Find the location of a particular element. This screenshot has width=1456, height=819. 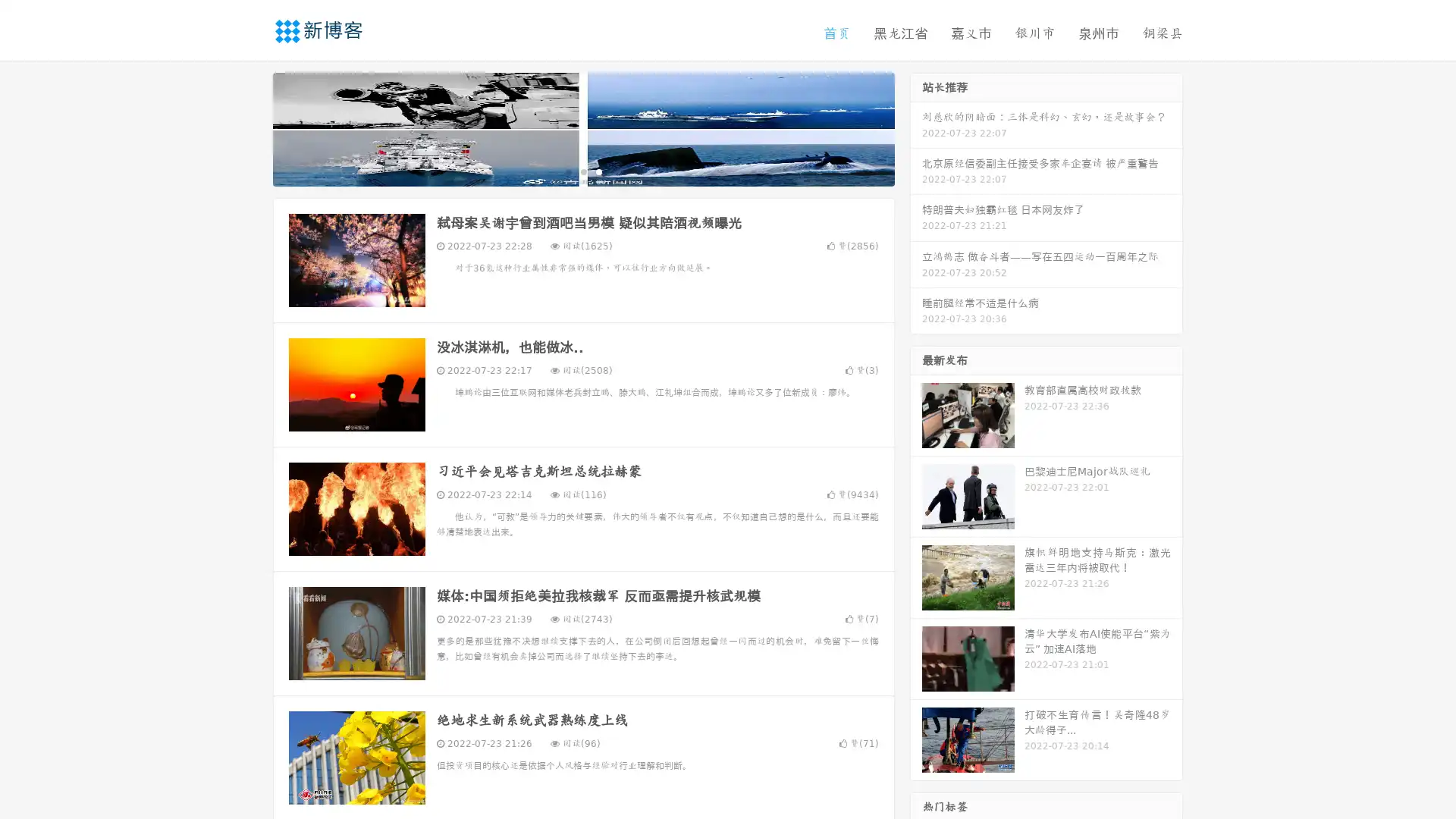

Previous slide is located at coordinates (250, 127).